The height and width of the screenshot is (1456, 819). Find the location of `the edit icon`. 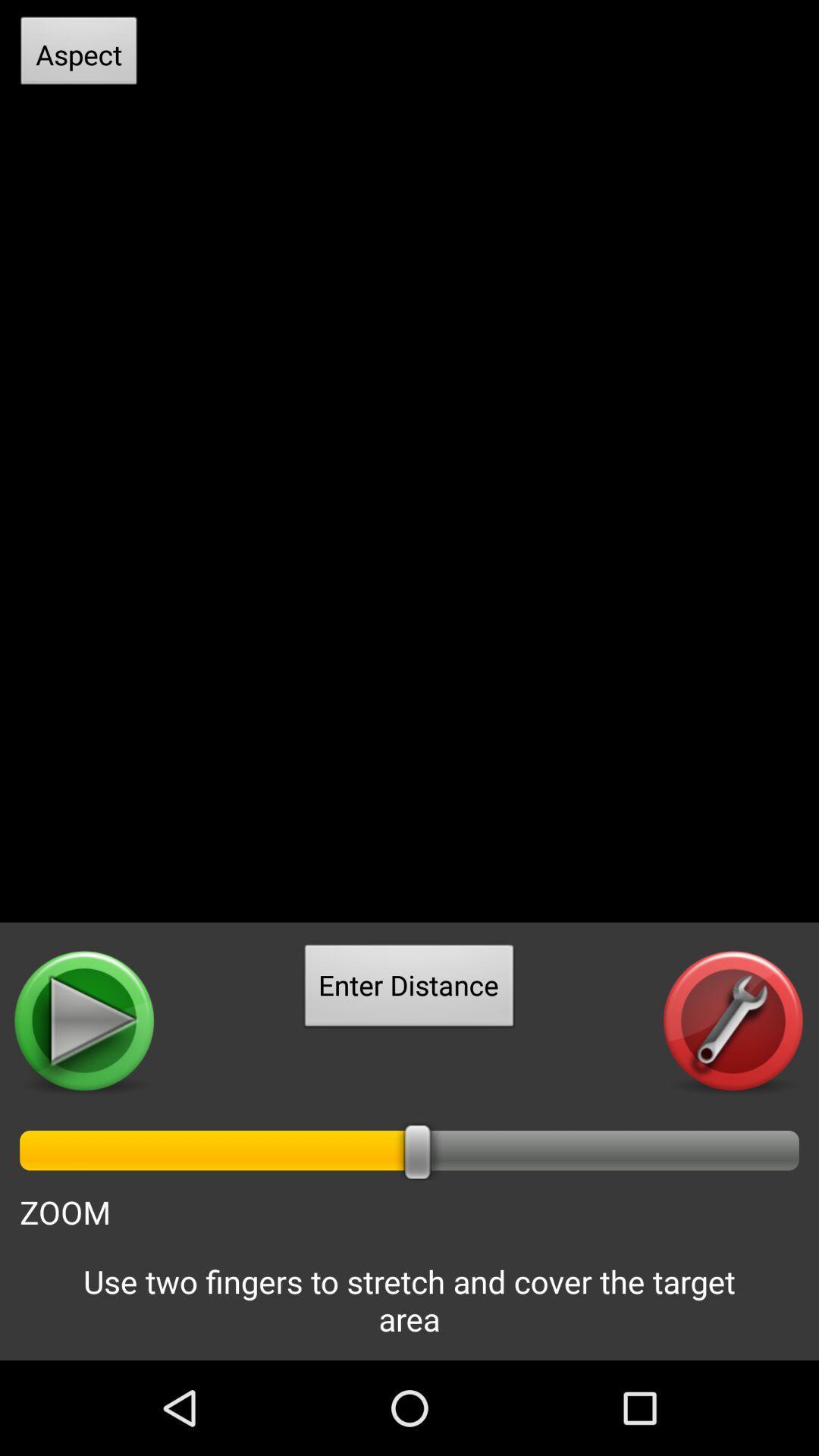

the edit icon is located at coordinates (733, 1094).